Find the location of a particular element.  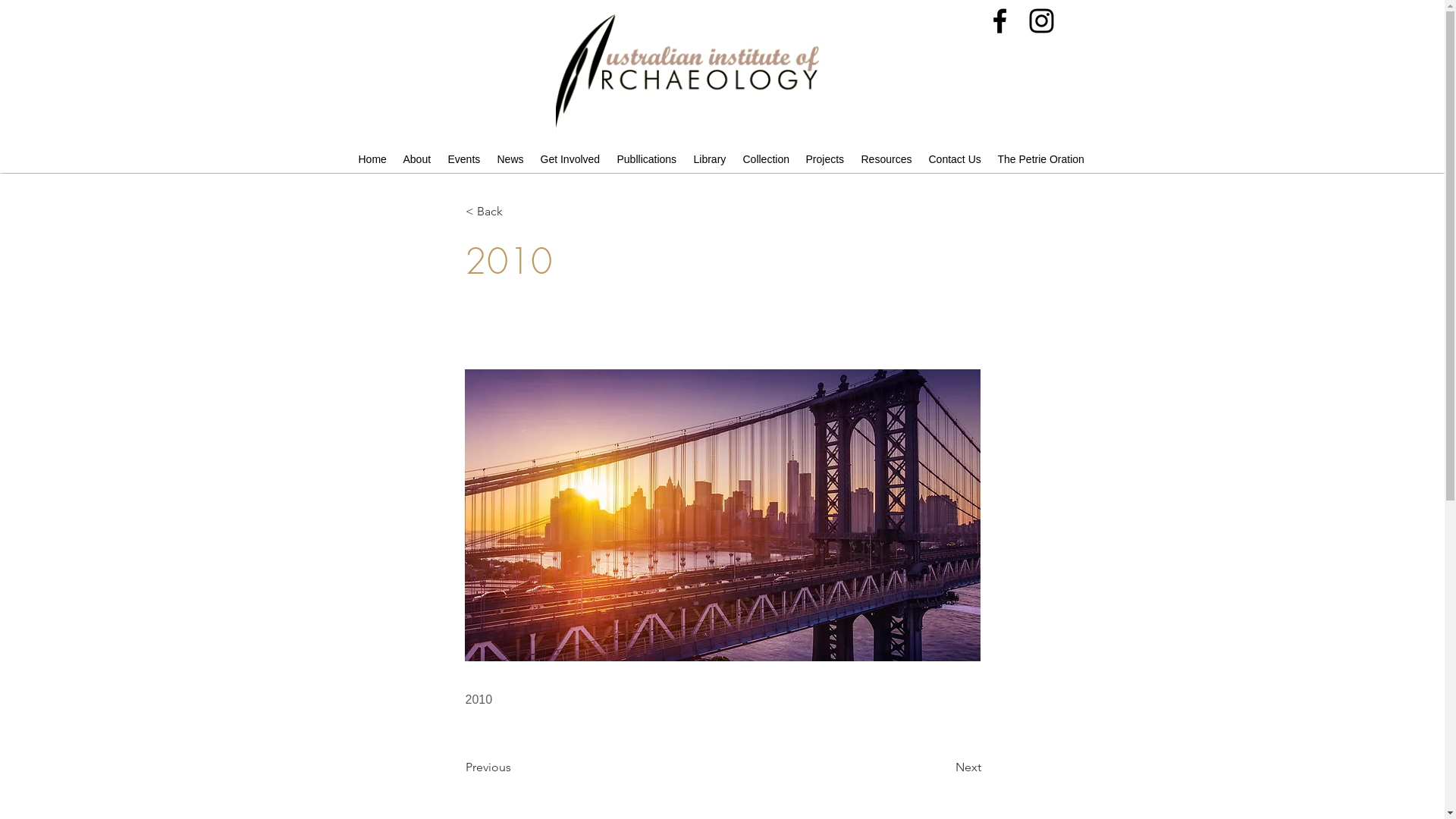

'Next' is located at coordinates (942, 767).